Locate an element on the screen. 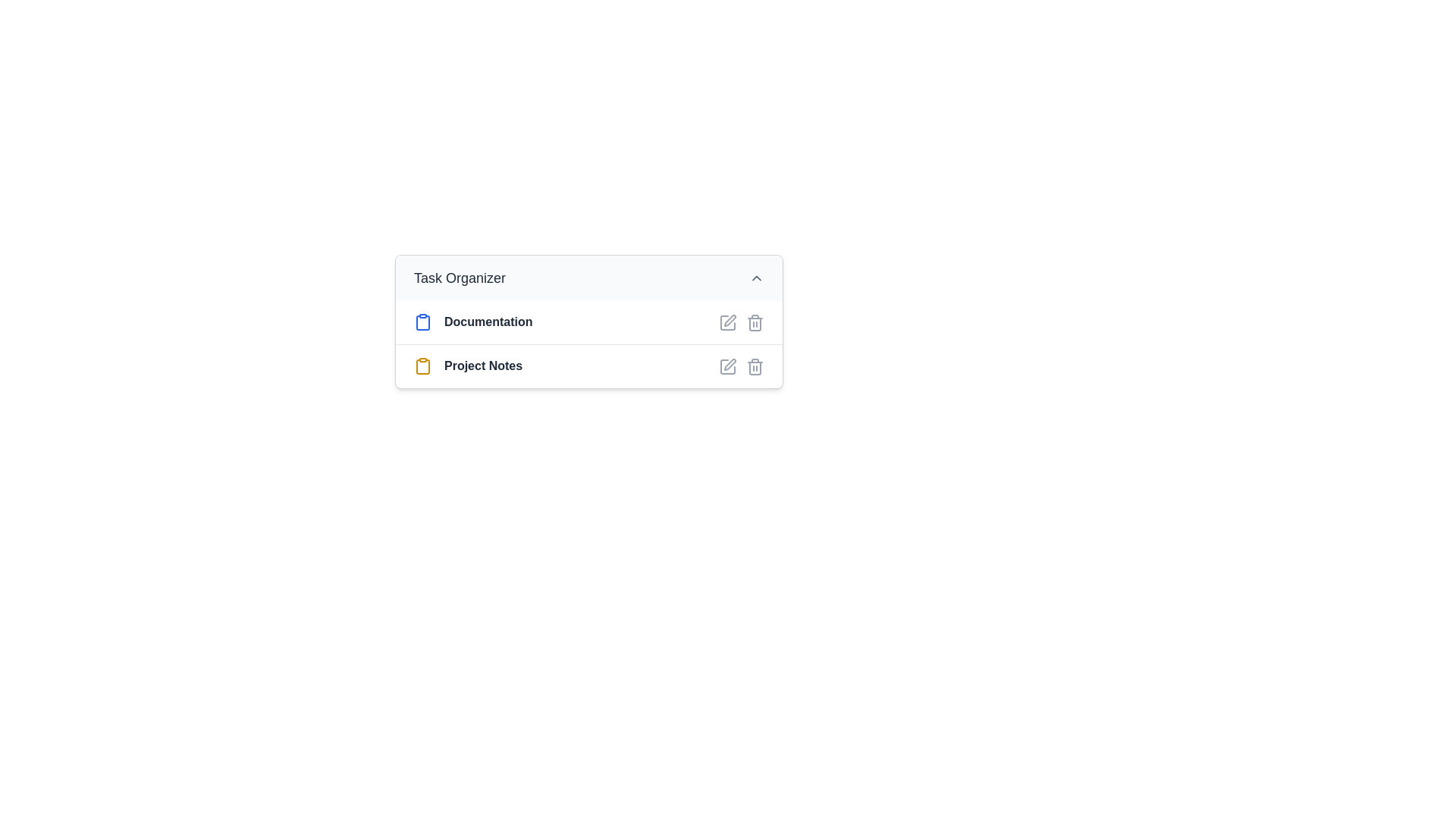 The image size is (1456, 819). the 'Documentation' label, which is styled in bold gray font and located in the 'Task Organizer' section, above 'Project Notes' is located at coordinates (488, 322).